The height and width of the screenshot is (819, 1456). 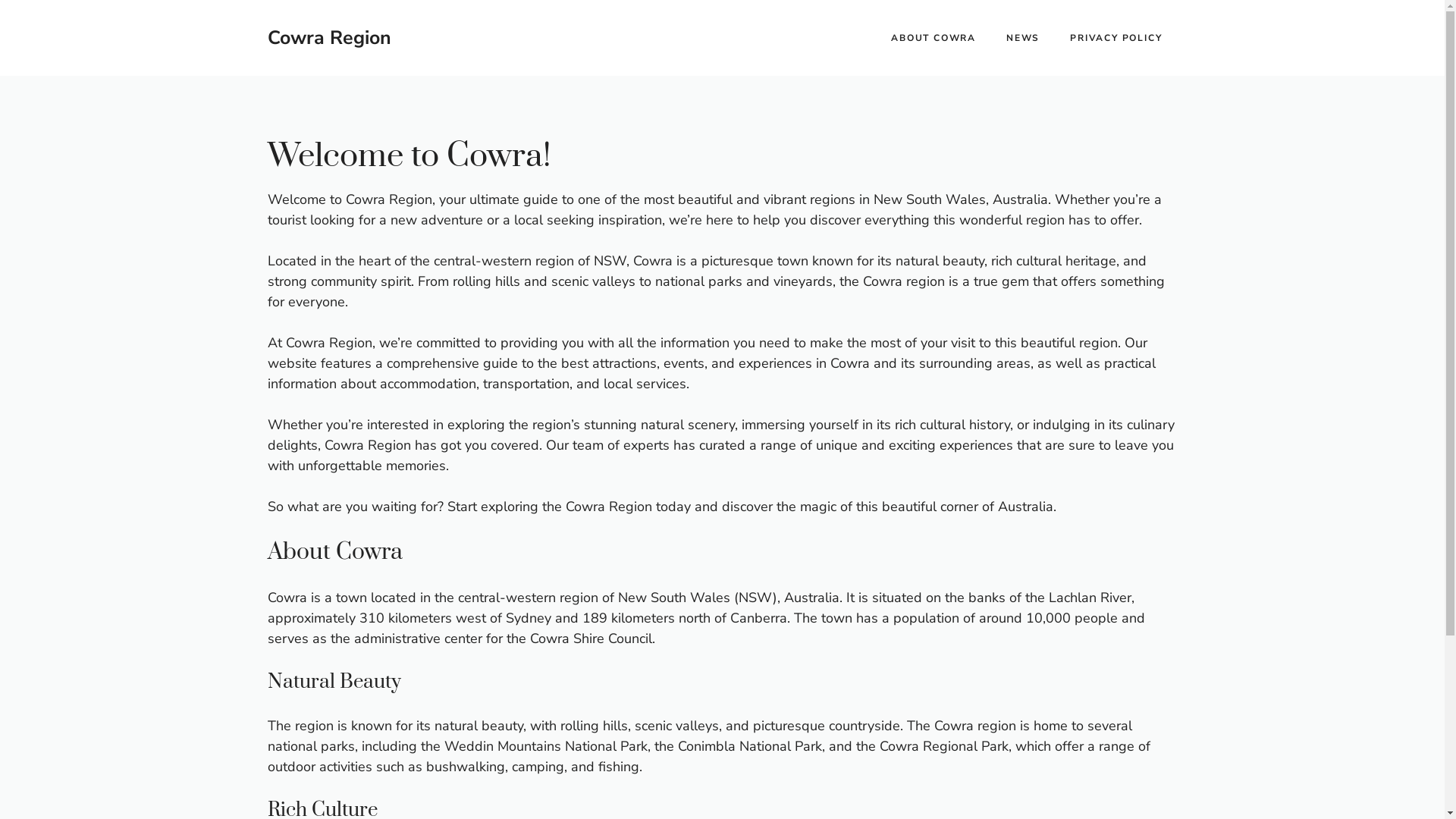 I want to click on 'PRIVACY POLICY', so click(x=1116, y=37).